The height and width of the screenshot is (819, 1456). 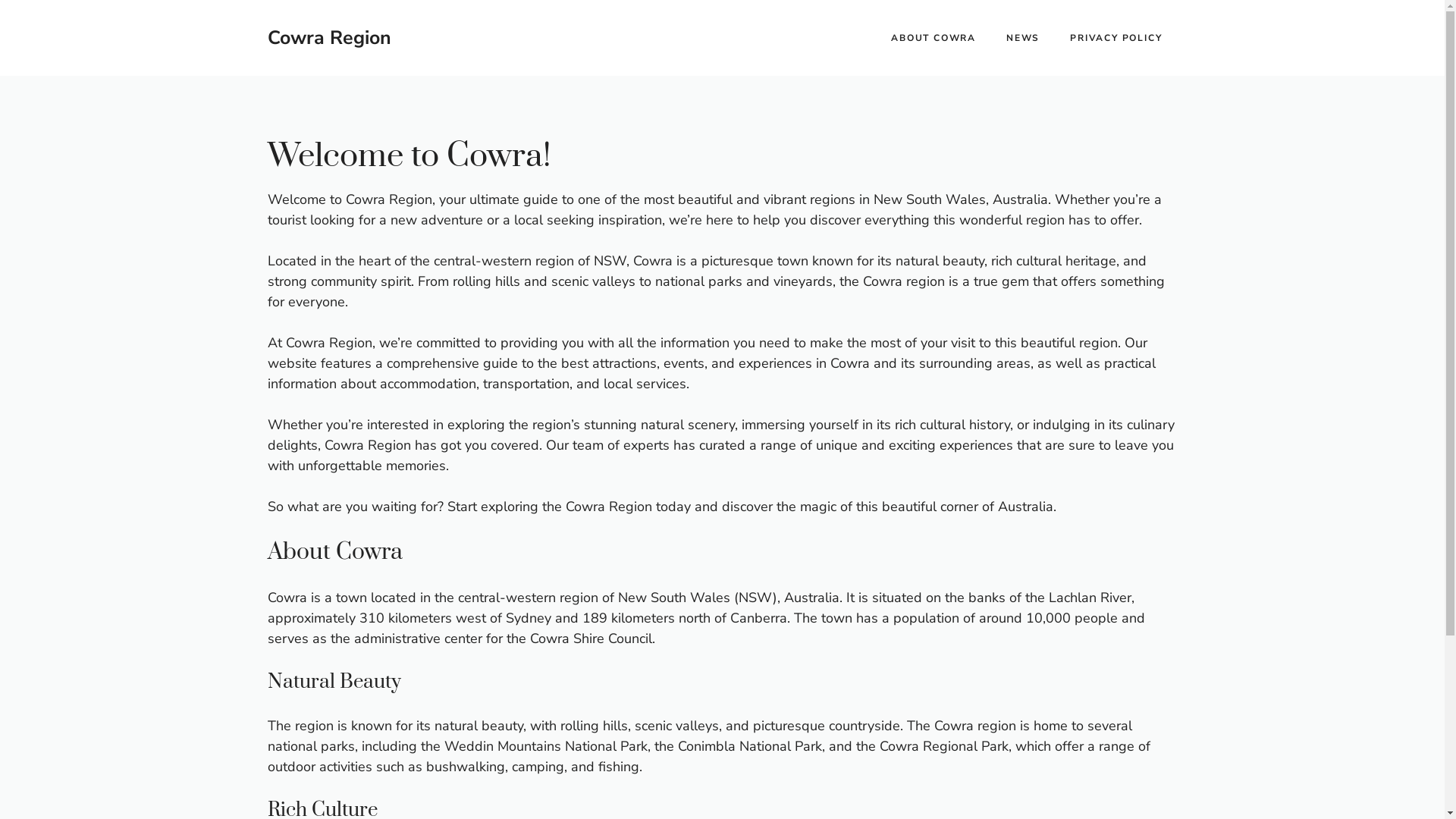 I want to click on 'PRIVACY POLICY', so click(x=1116, y=37).